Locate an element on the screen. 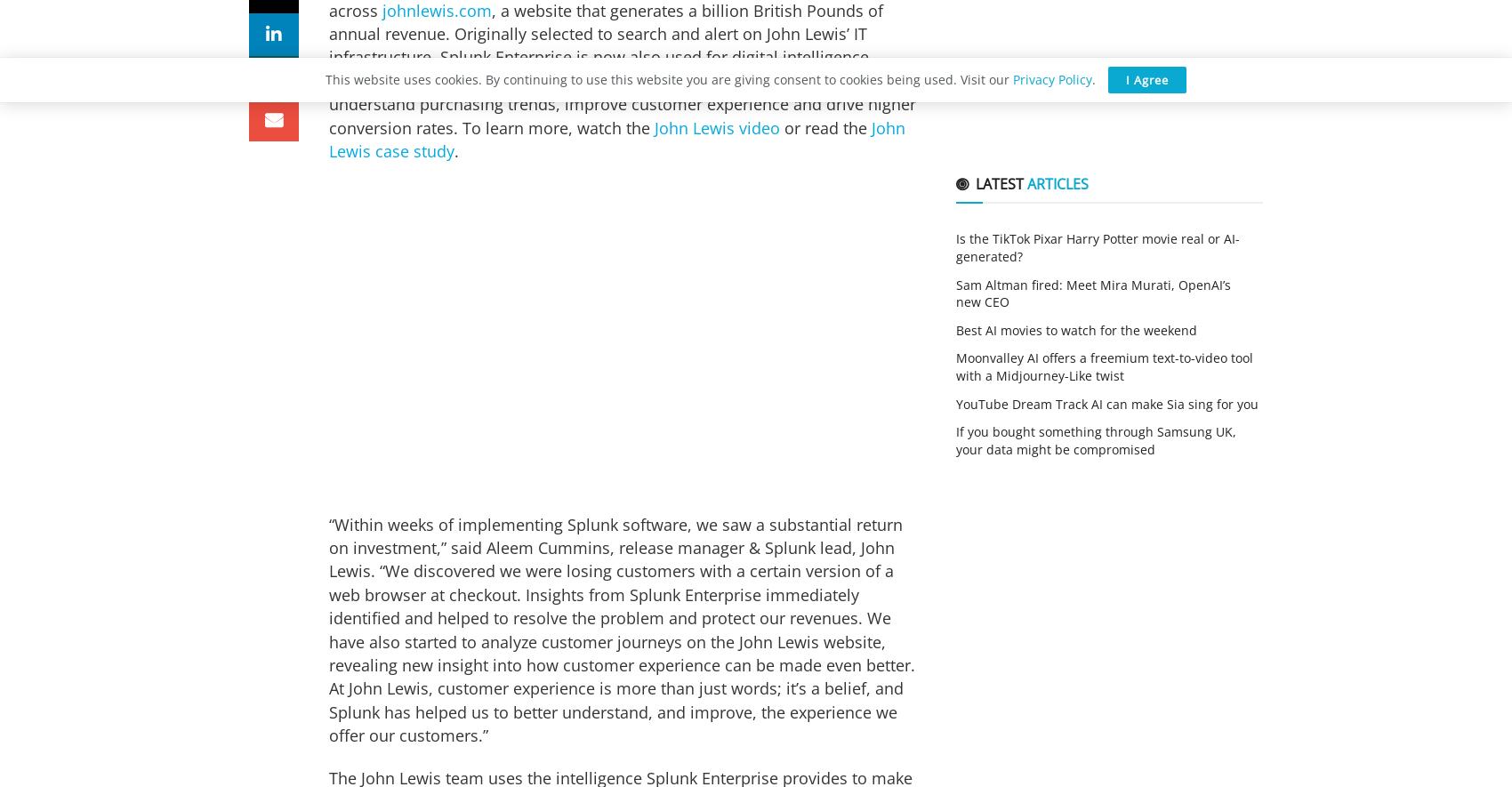 The width and height of the screenshot is (1512, 787). 'Best AI movies to watch for the weekend' is located at coordinates (1075, 328).